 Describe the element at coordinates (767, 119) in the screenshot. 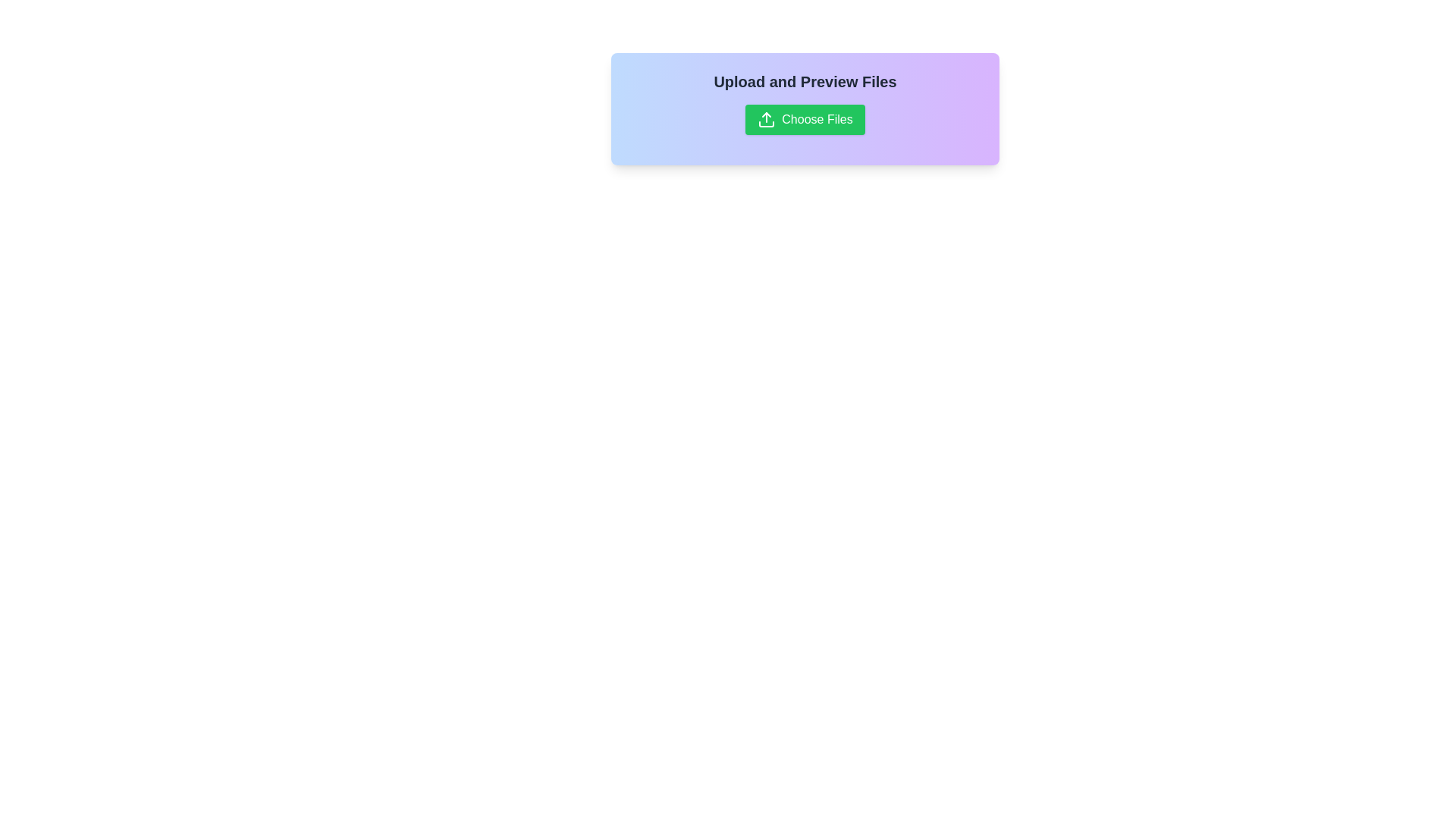

I see `the upload SVG icon, which is positioned to the left of the 'Choose Files' text` at that location.